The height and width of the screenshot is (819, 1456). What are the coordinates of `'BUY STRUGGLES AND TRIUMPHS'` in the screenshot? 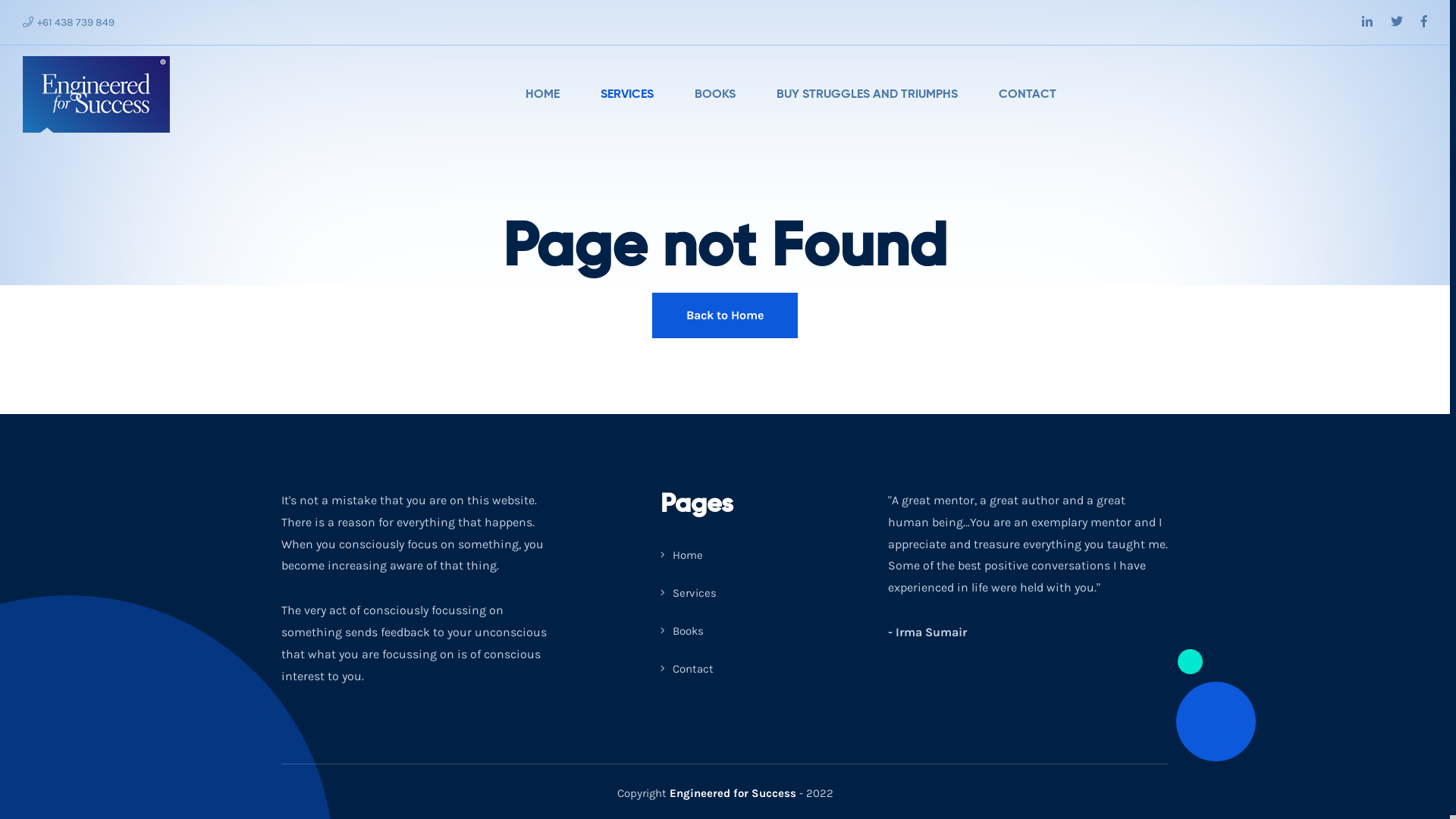 It's located at (867, 94).